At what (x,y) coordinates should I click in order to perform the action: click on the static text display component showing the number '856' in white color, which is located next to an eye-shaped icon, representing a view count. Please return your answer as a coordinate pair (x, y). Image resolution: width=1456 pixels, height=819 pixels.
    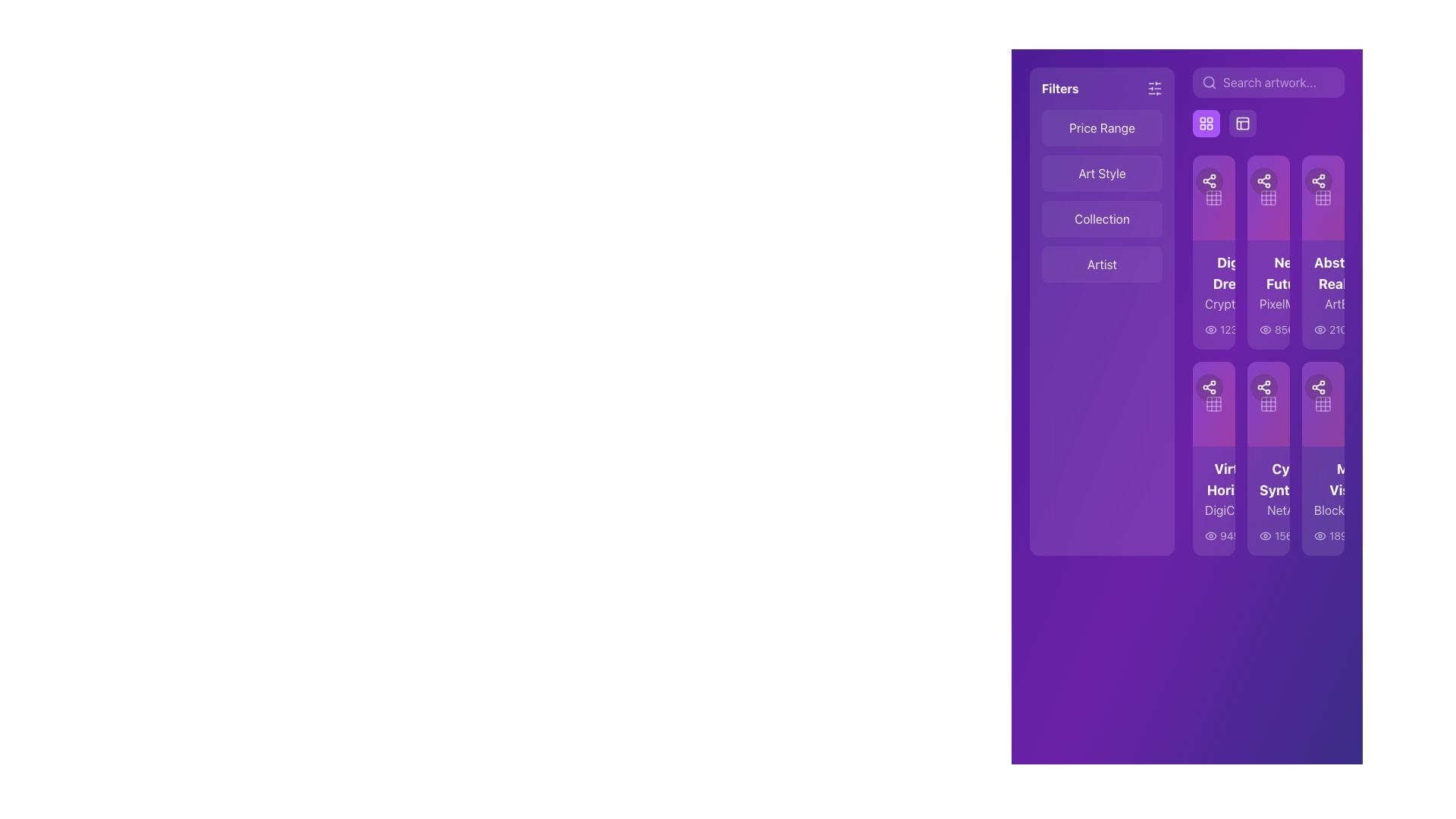
    Looking at the image, I should click on (1276, 329).